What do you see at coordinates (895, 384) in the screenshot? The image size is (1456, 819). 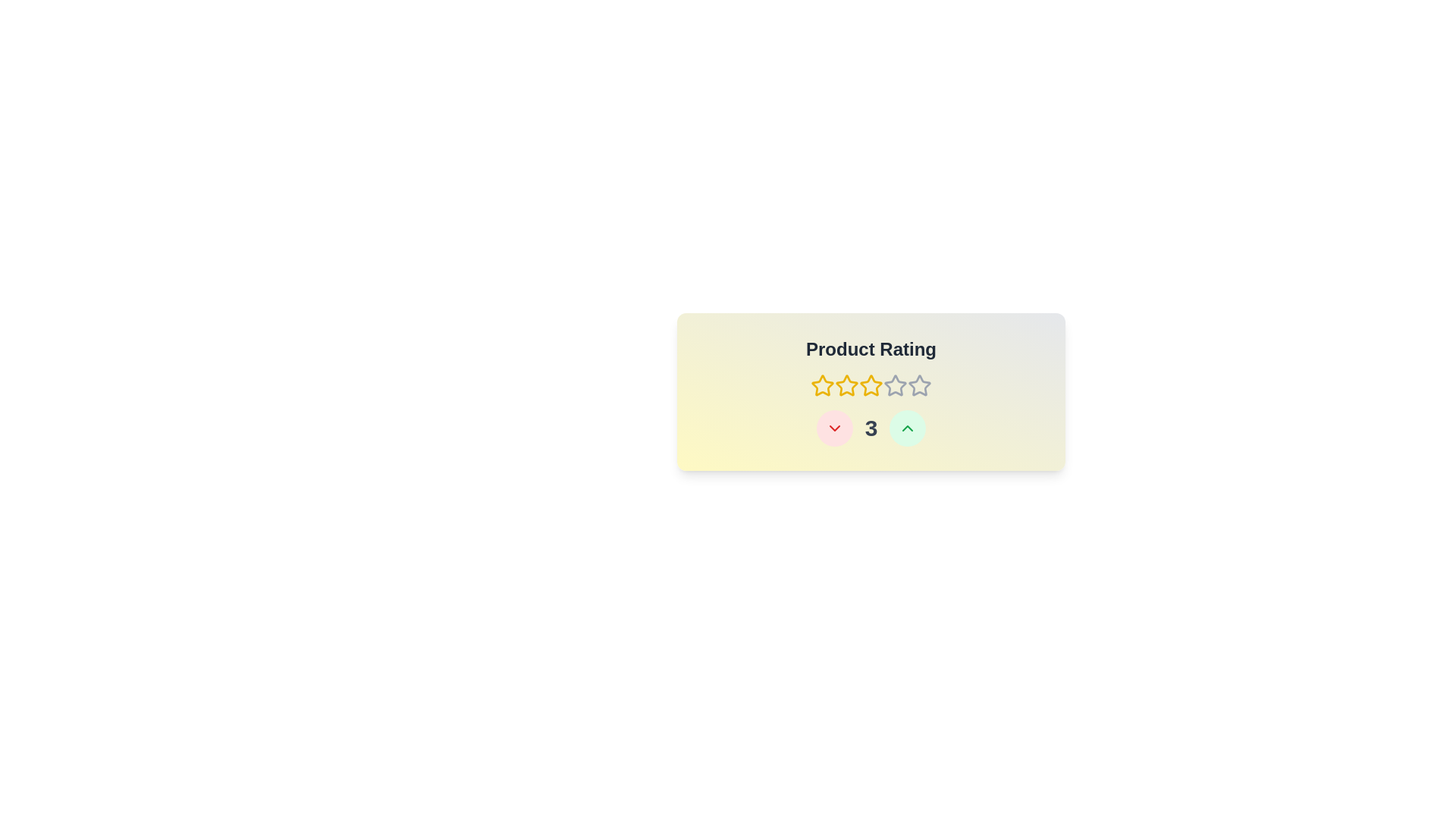 I see `the fourth star in the sequence of five rating stars under the label 'Product Rating'` at bounding box center [895, 384].